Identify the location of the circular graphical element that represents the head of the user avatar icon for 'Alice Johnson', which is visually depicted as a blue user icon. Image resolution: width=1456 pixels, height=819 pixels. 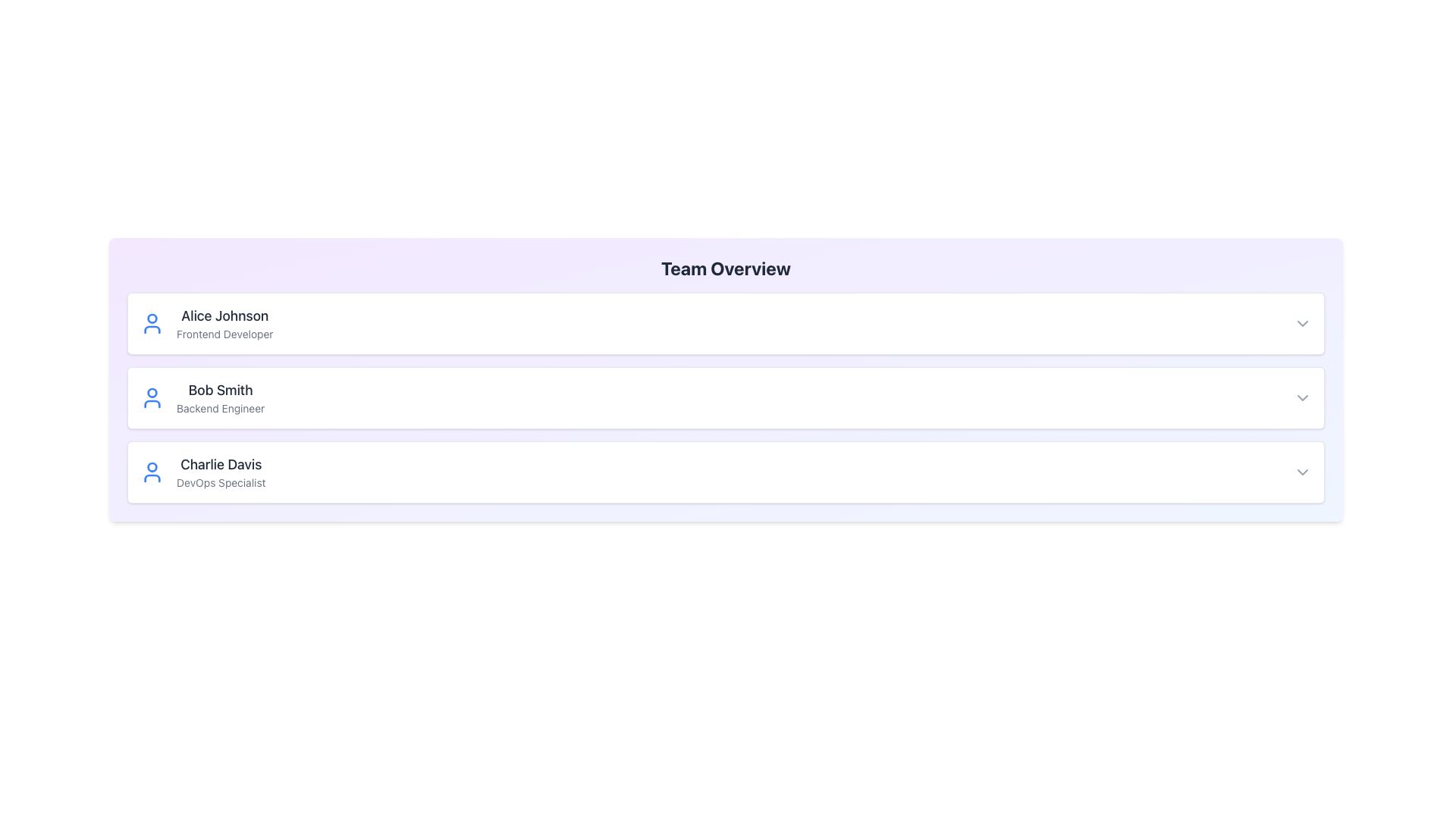
(152, 318).